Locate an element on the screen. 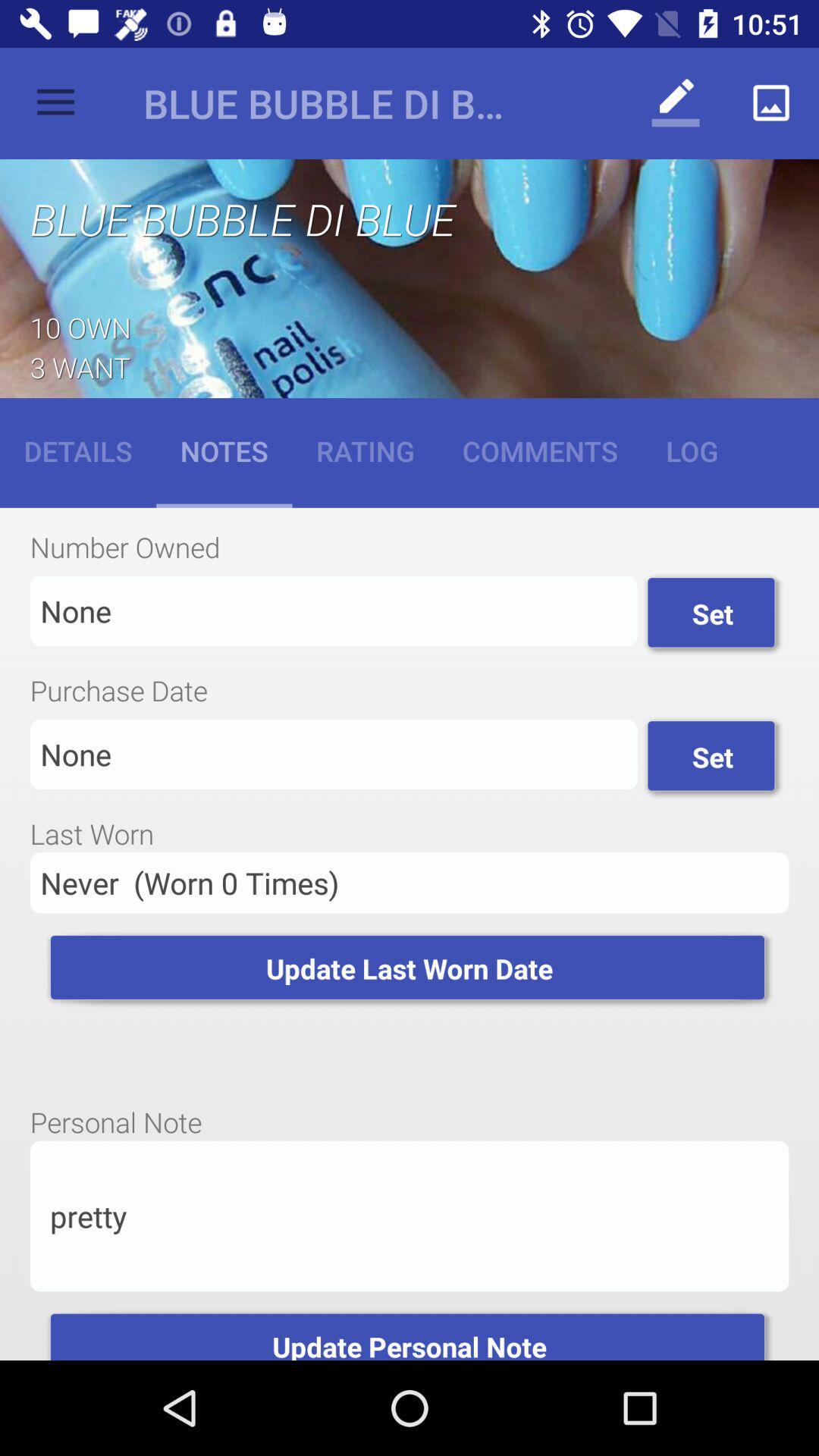  the item to the right of the details is located at coordinates (224, 450).